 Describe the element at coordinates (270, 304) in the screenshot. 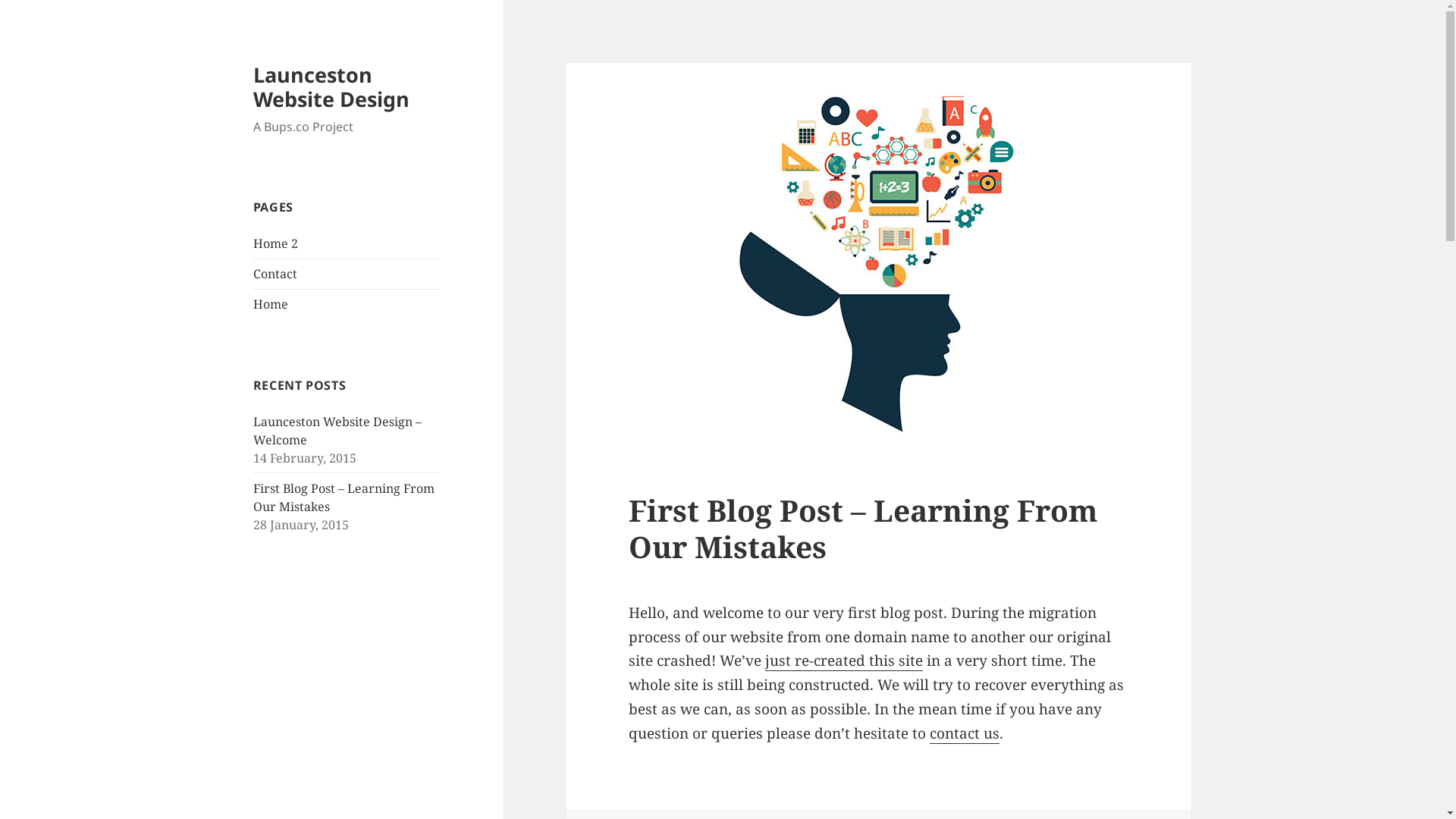

I see `'Home'` at that location.